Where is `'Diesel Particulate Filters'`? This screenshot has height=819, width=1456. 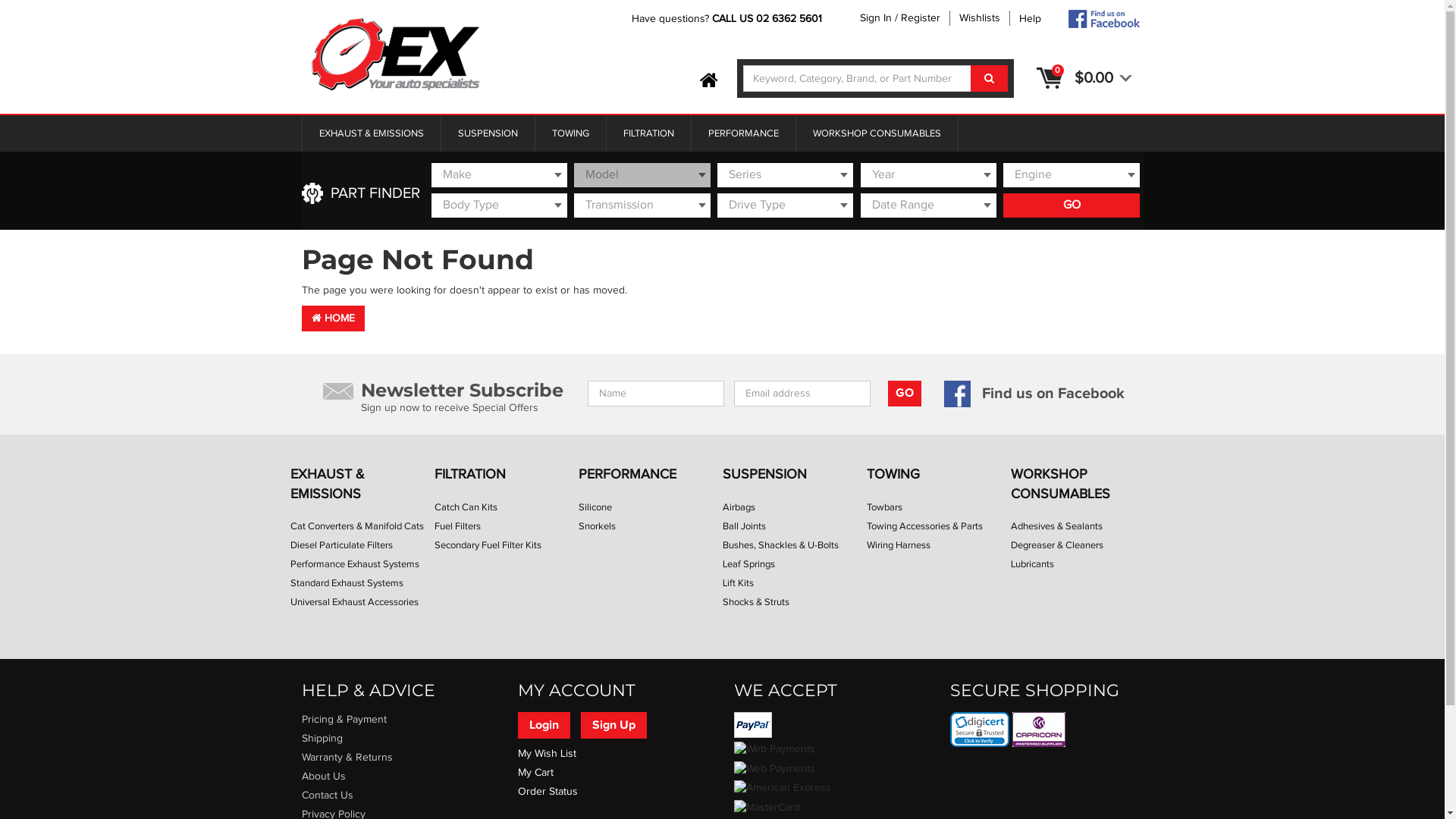
'Diesel Particulate Filters' is located at coordinates (340, 544).